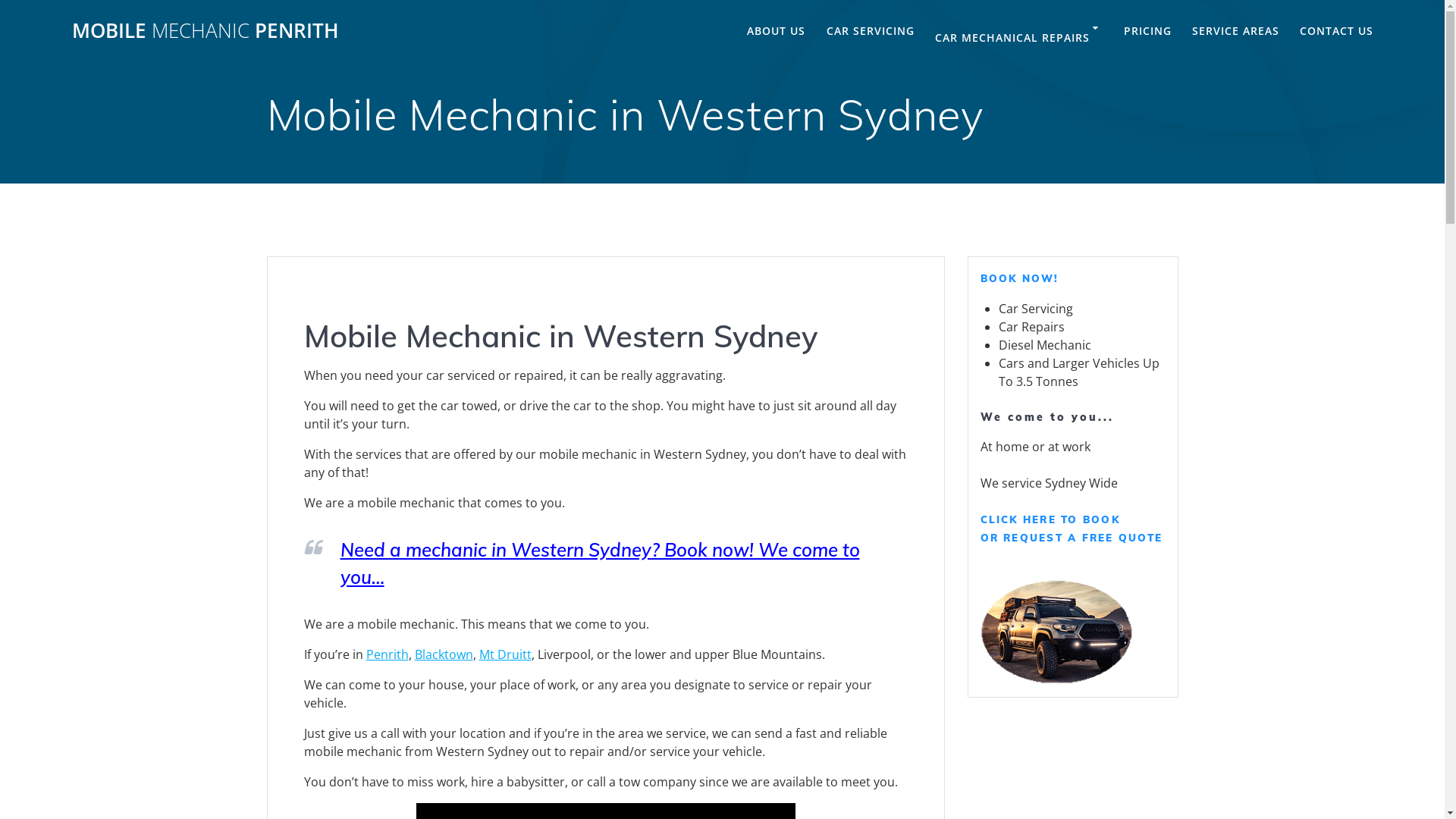  What do you see at coordinates (479, 654) in the screenshot?
I see `'Mt Druitt'` at bounding box center [479, 654].